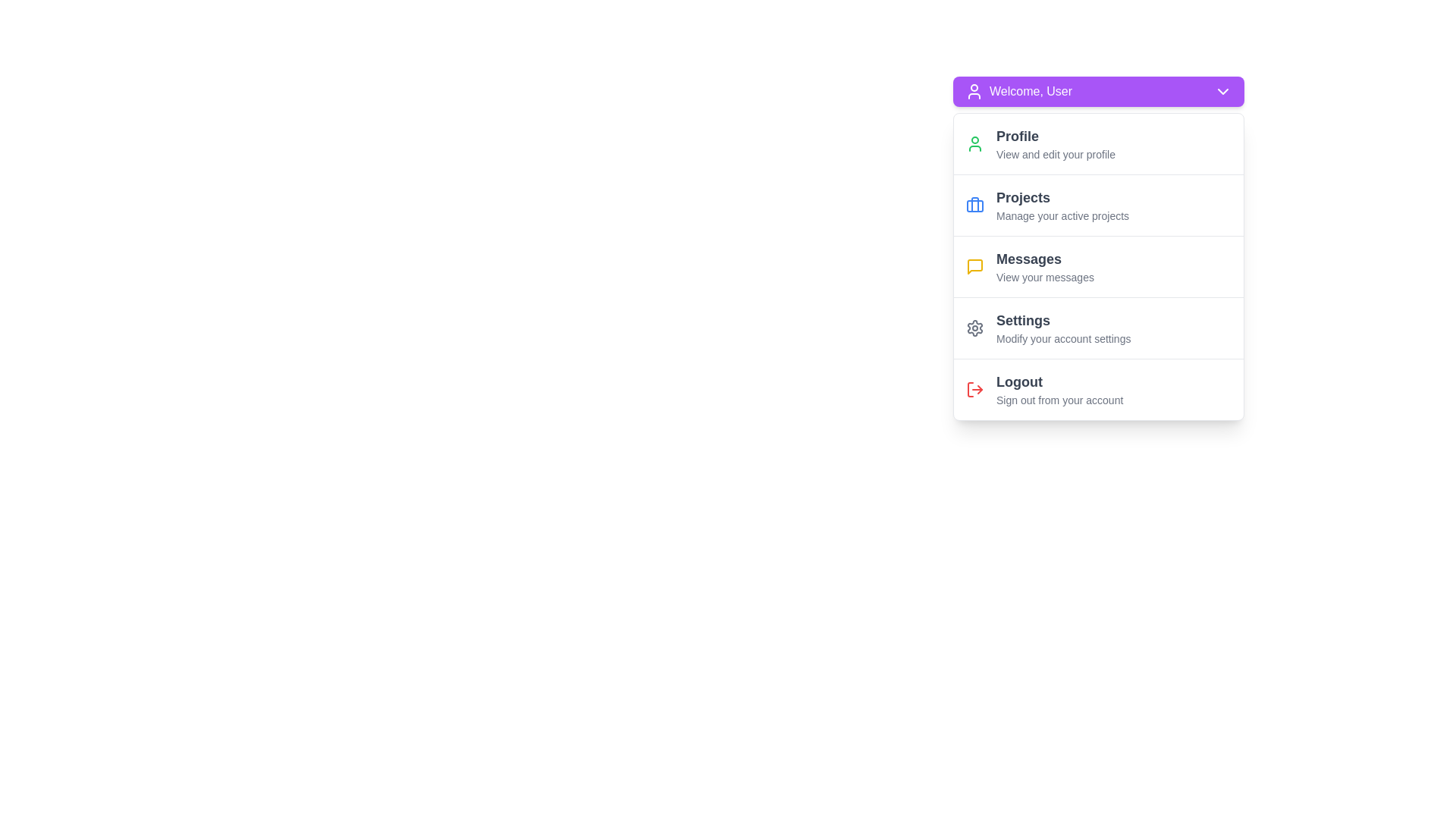 The height and width of the screenshot is (819, 1456). What do you see at coordinates (1099, 205) in the screenshot?
I see `the 'Projects' menu item, which features a blue briefcase icon and two lines of text` at bounding box center [1099, 205].